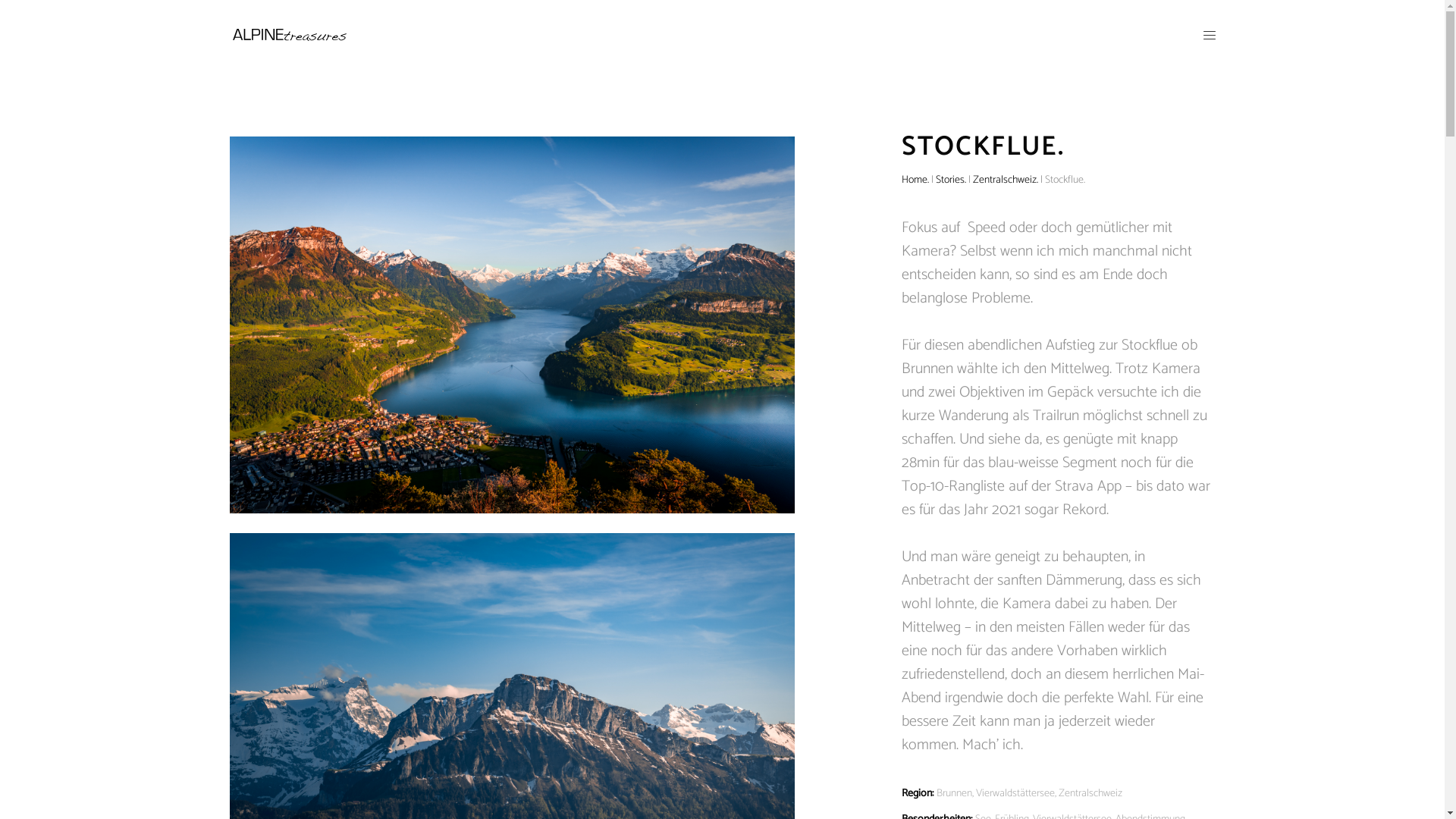 The height and width of the screenshot is (819, 1456). I want to click on 'Stories.', so click(949, 178).